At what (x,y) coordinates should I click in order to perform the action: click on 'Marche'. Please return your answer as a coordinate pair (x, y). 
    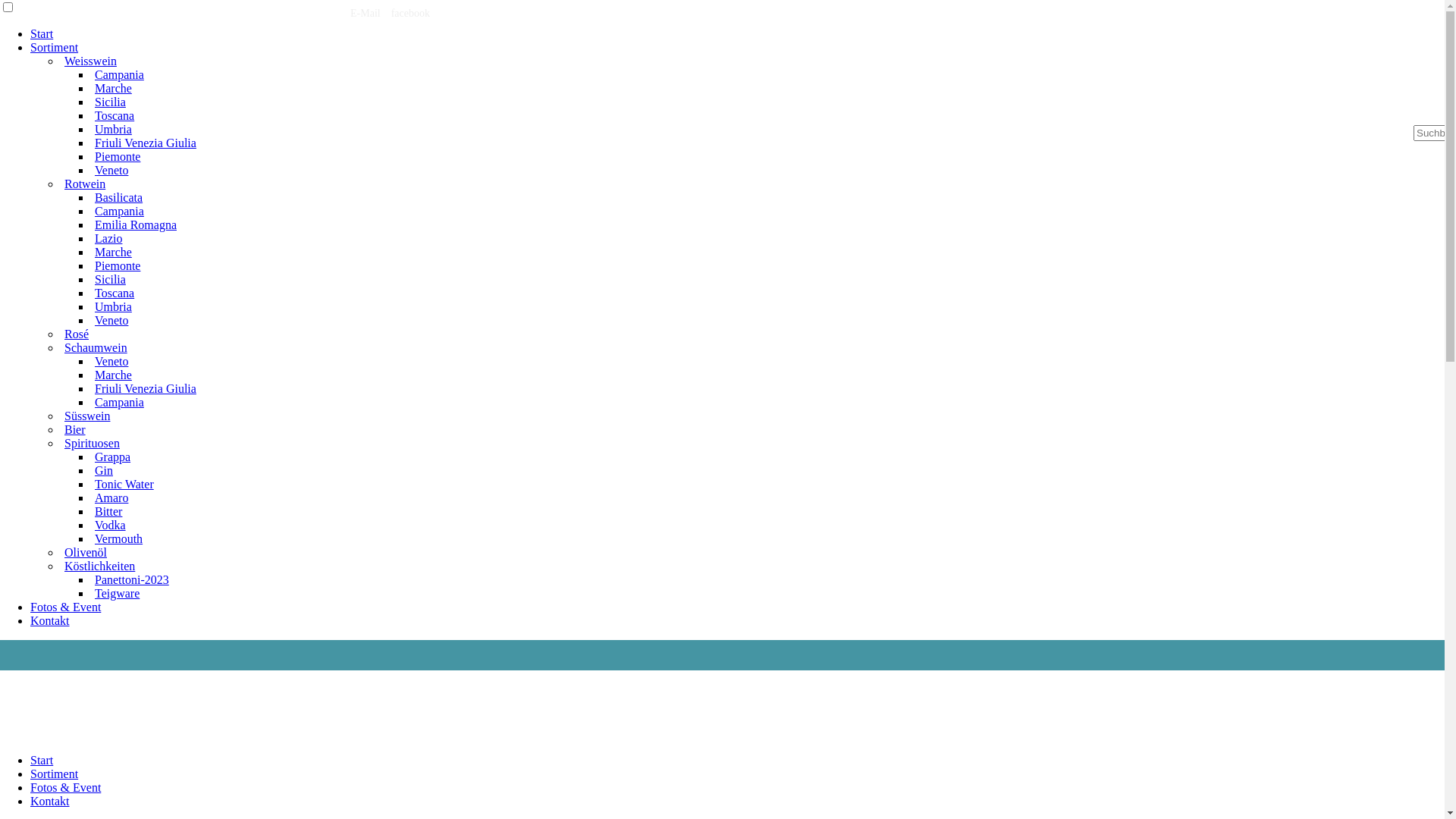
    Looking at the image, I should click on (112, 375).